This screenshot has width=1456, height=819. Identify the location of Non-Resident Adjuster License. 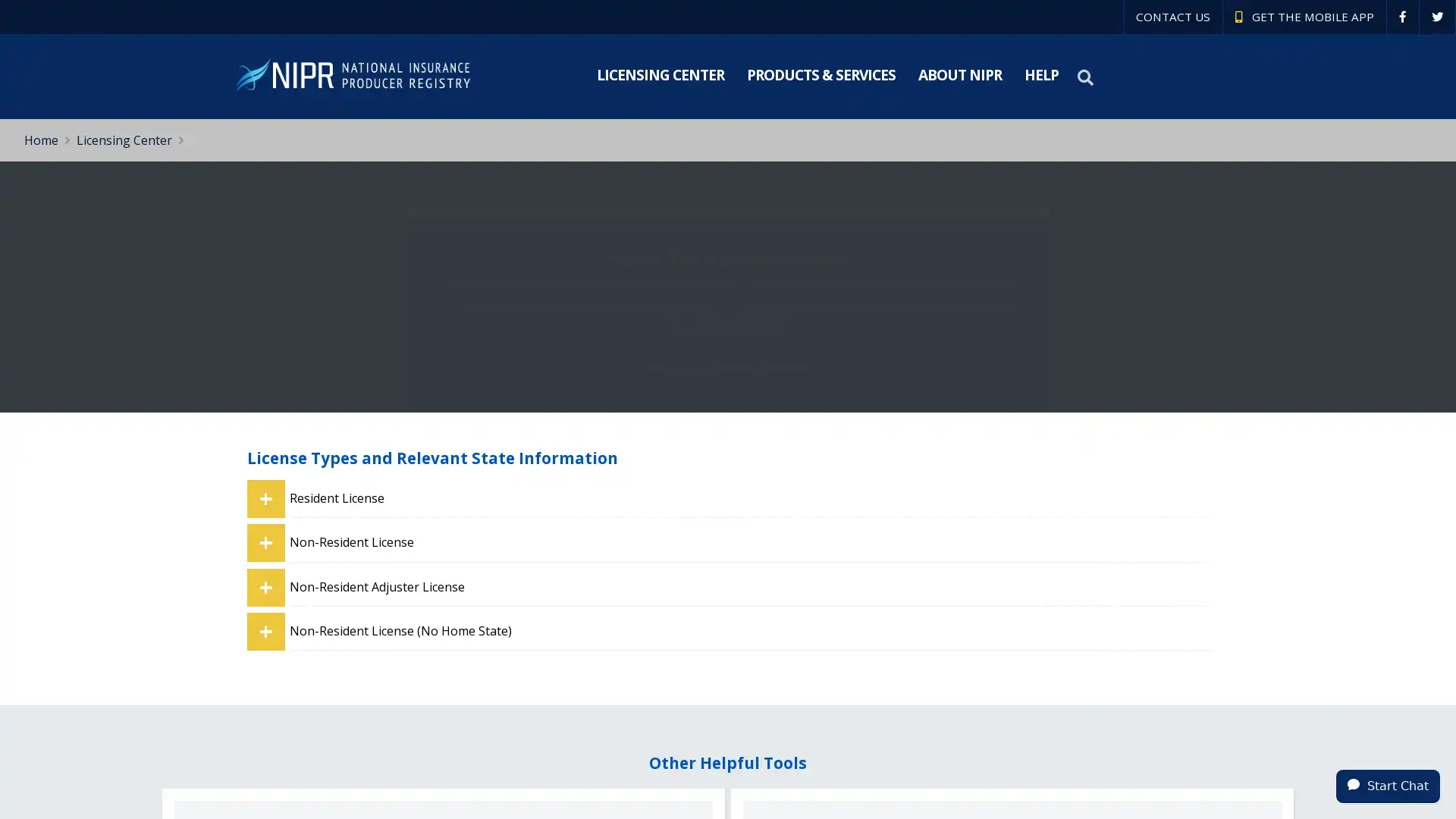
(749, 585).